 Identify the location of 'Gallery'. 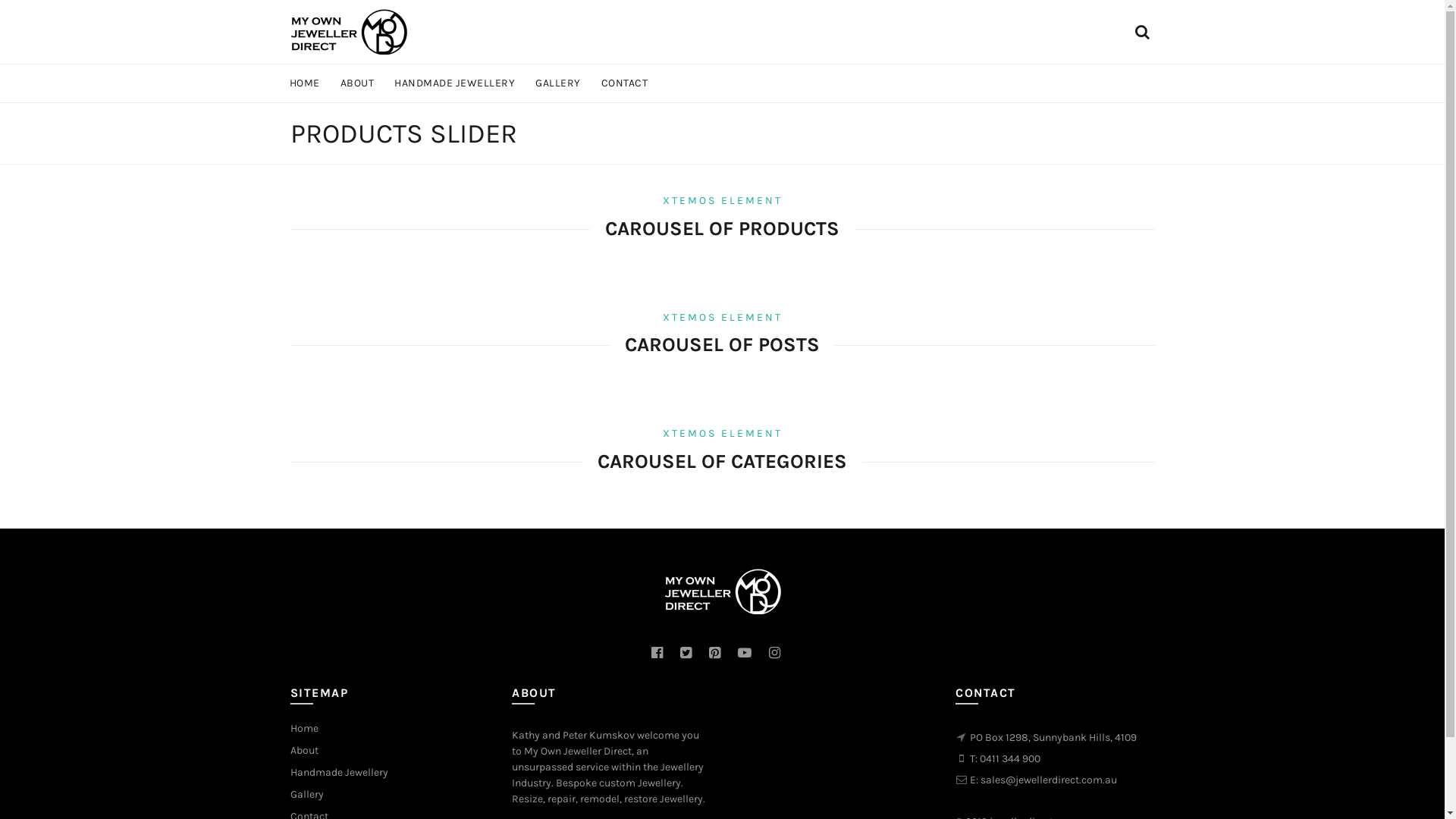
(290, 793).